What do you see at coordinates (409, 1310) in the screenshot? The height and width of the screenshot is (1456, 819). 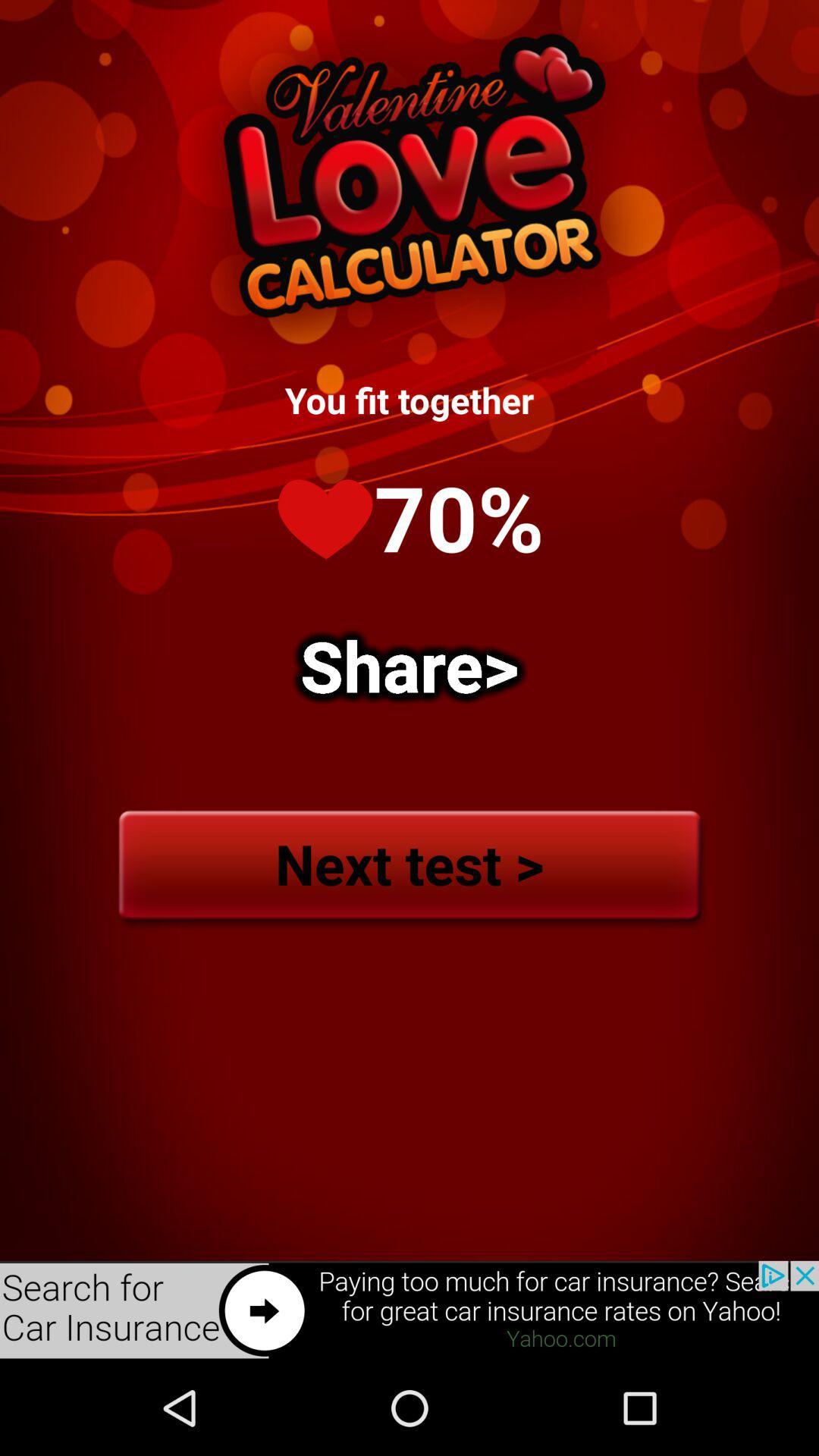 I see `open the advertisement` at bounding box center [409, 1310].